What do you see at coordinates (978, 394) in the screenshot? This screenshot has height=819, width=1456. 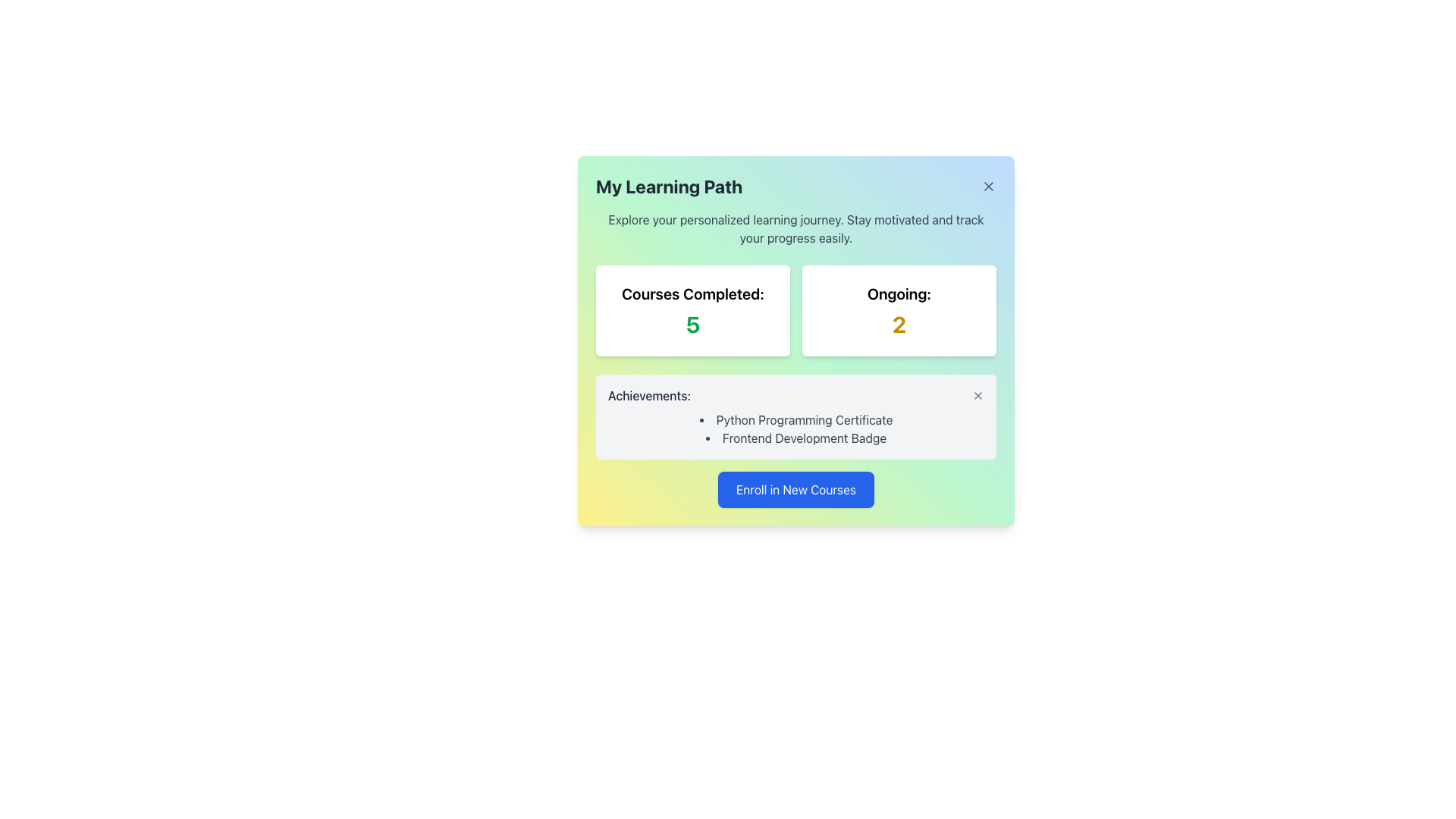 I see `the close icon button located in the upper-right corner of the 'Achievements' section, which resembles a stylized 'X' shape` at bounding box center [978, 394].